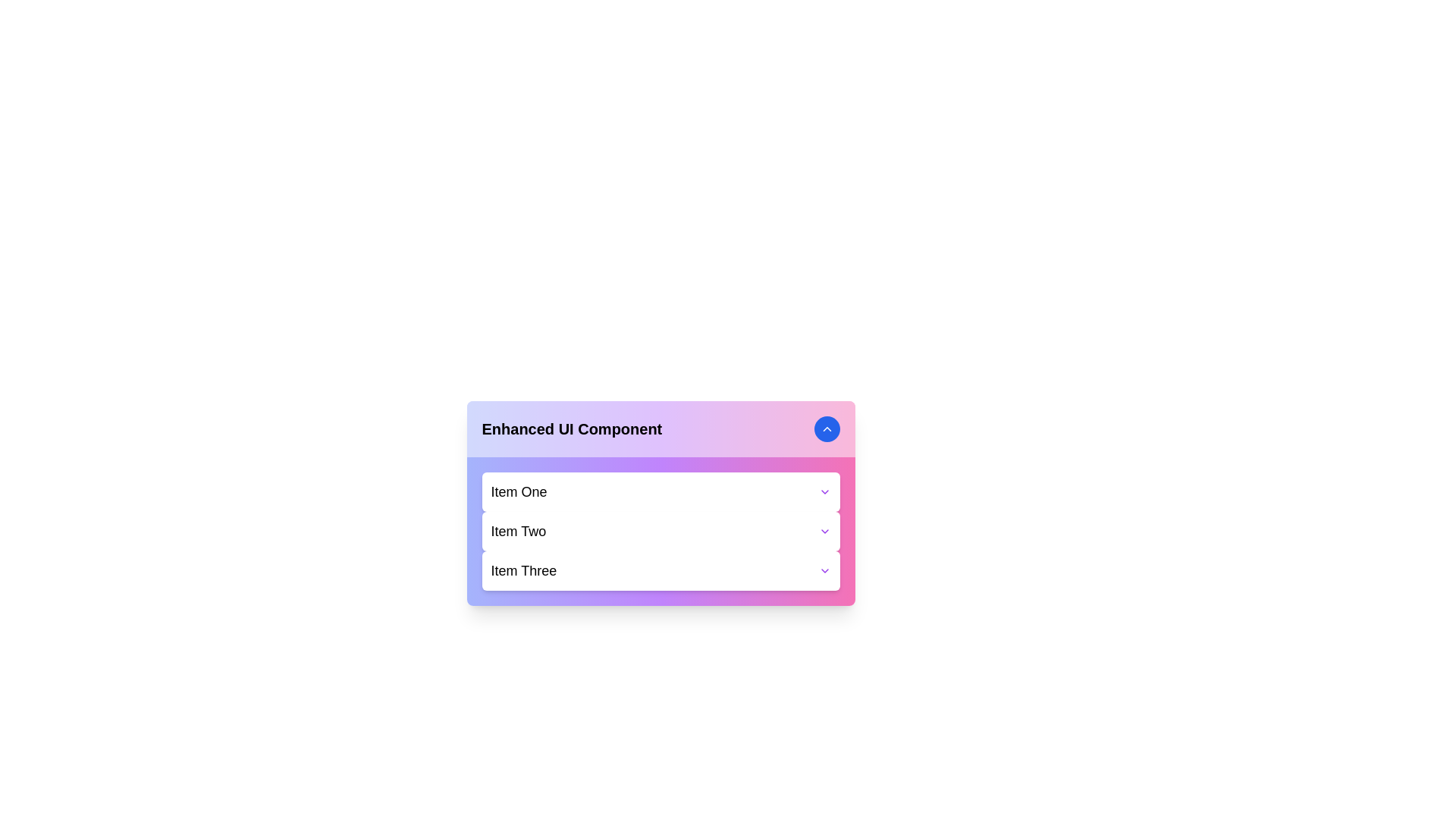 The height and width of the screenshot is (819, 1456). I want to click on the text label at the top-left corner of the component, which serves as a header or title for the interface, so click(571, 429).